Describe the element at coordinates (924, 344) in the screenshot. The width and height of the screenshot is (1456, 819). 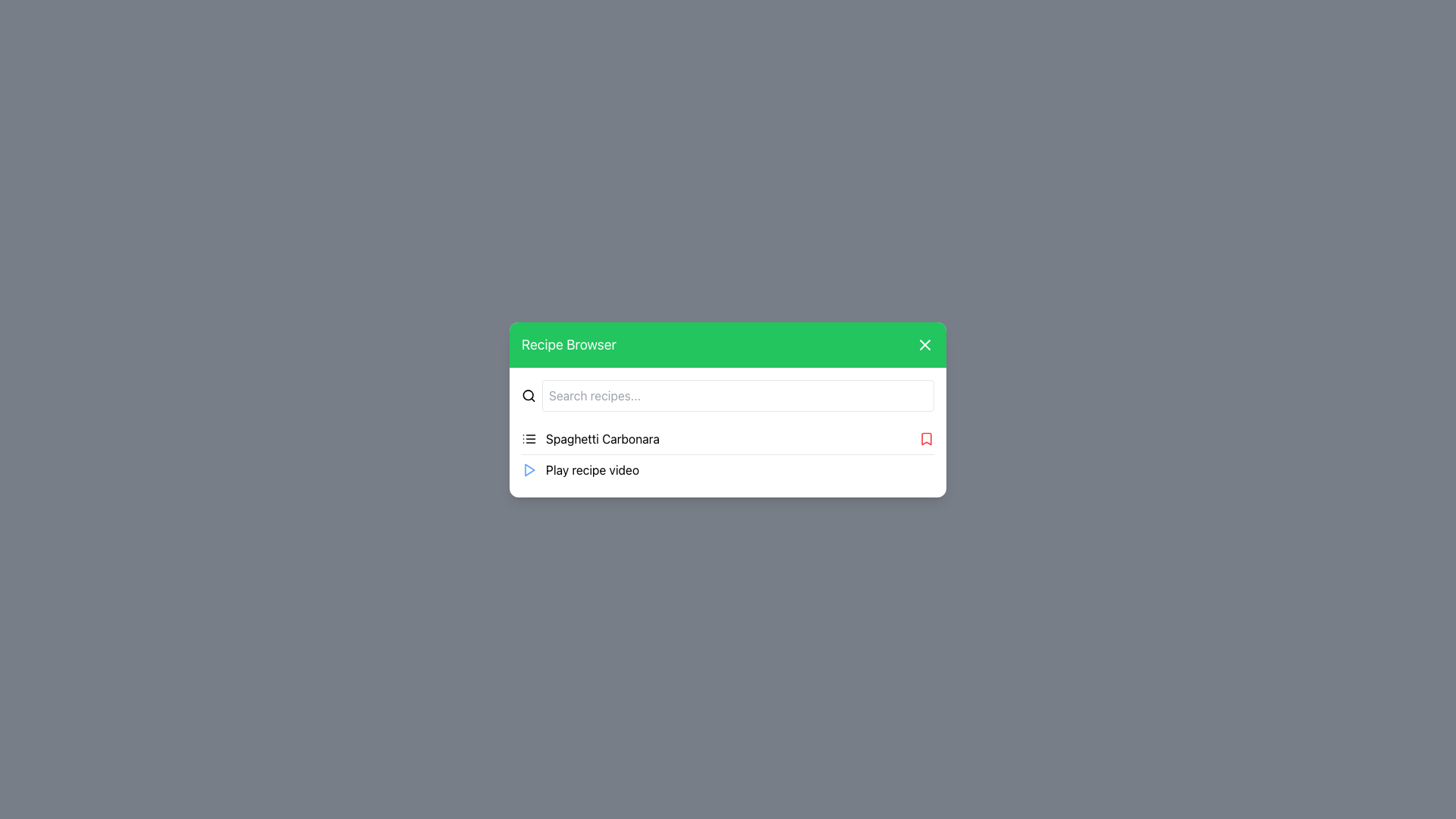
I see `the 'X' icon located in the top-right corner of the 'Recipe Browser' green header bar` at that location.